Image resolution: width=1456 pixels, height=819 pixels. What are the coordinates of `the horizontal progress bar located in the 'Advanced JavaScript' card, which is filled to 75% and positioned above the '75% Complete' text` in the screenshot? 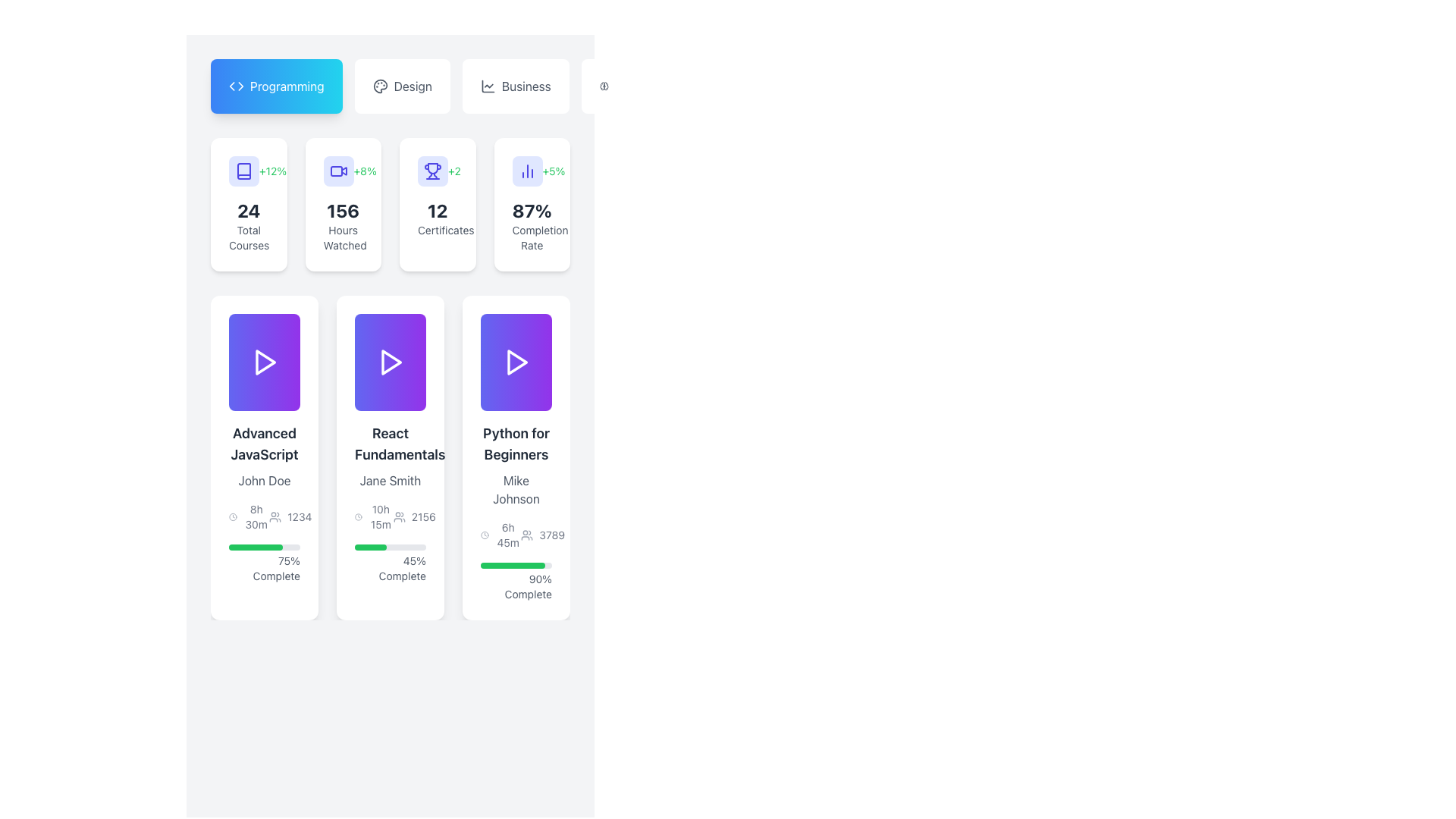 It's located at (265, 547).